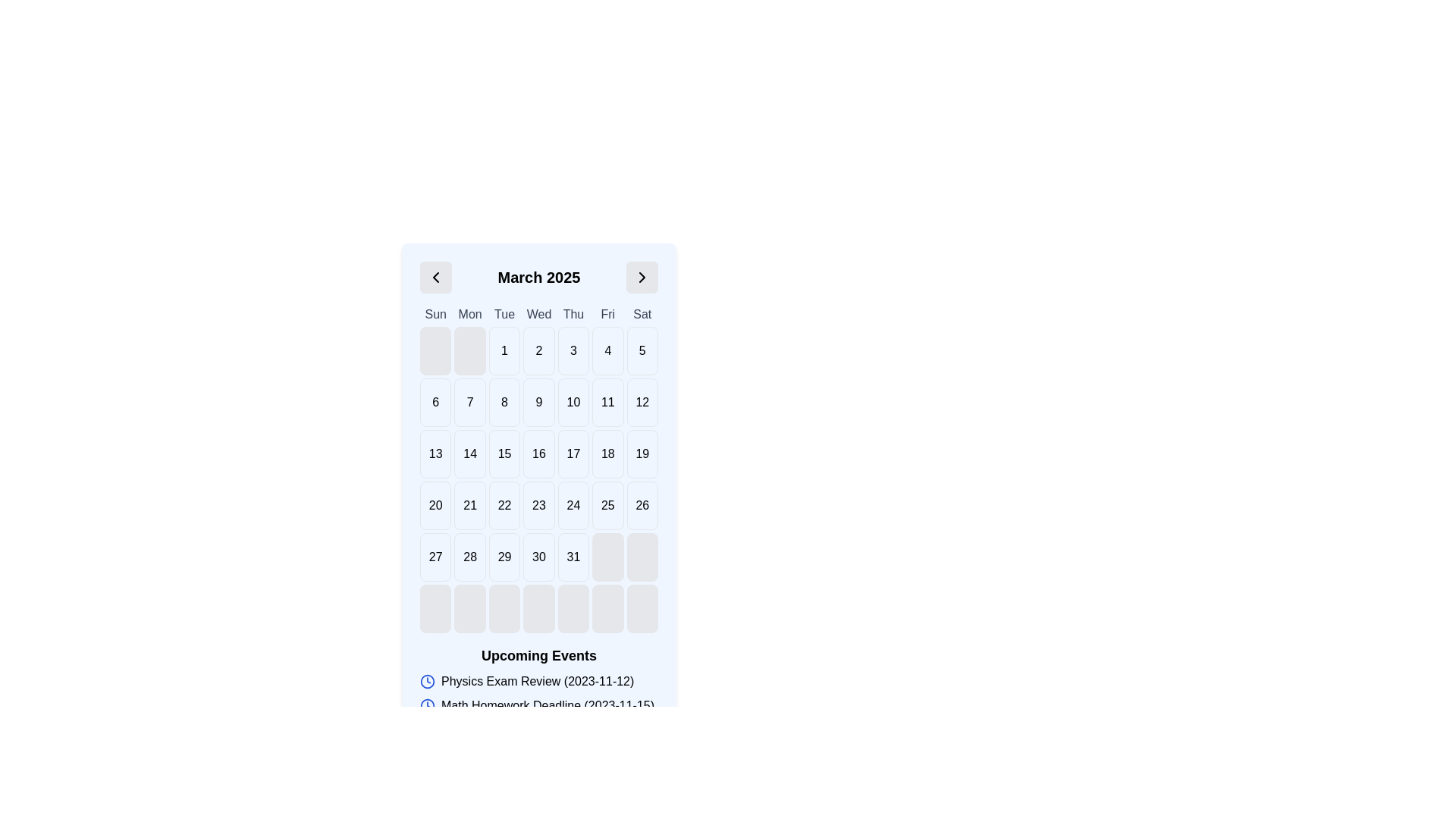  I want to click on the Calendar Day Cell containing the number '14', which is styled in bold black font and has a white background with rounded corners, so click(469, 453).